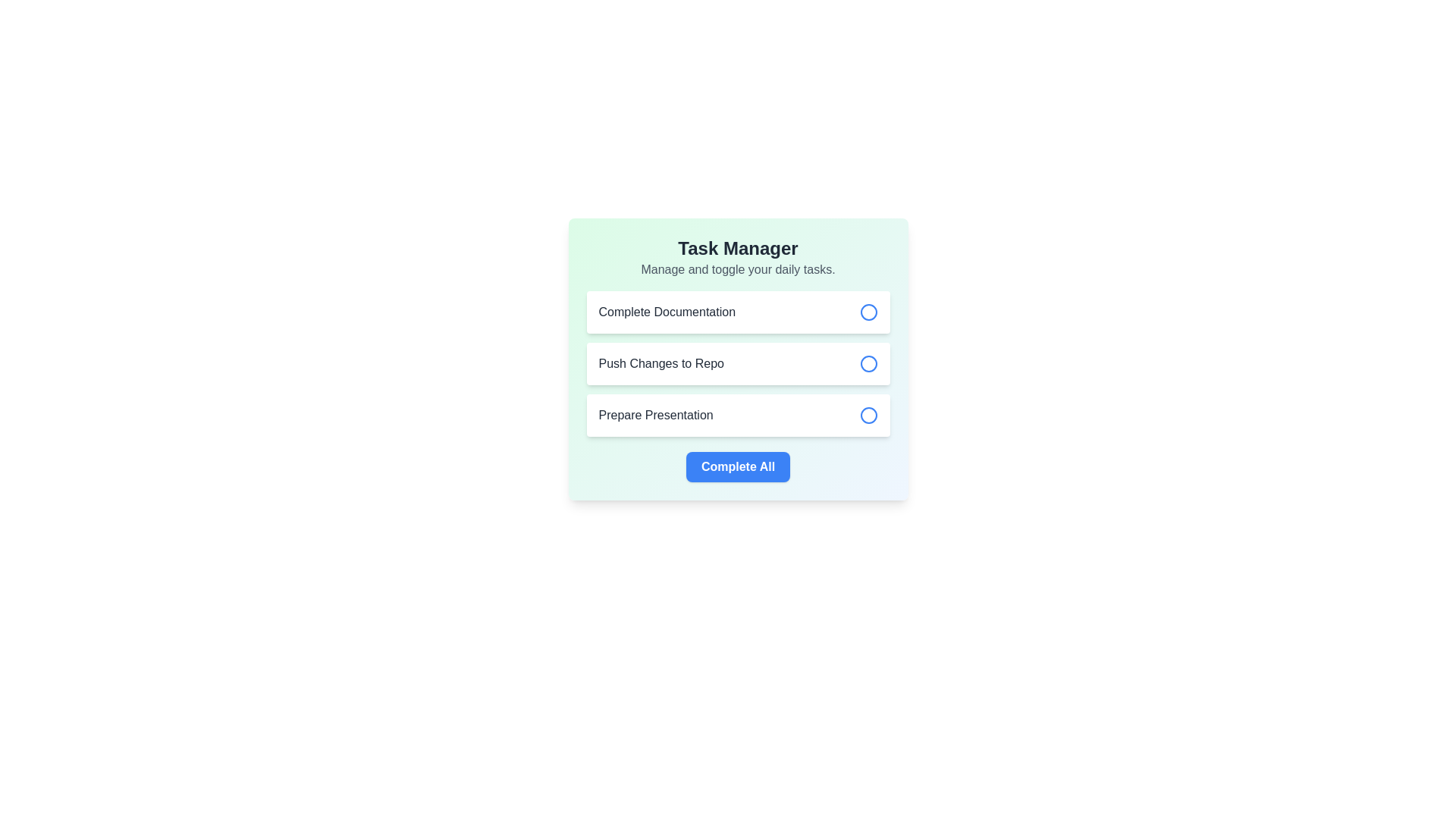 This screenshot has height=819, width=1456. Describe the element at coordinates (868, 312) in the screenshot. I see `the blue circular radio button located in the right section of the card labeled 'Complete Documentation'` at that location.